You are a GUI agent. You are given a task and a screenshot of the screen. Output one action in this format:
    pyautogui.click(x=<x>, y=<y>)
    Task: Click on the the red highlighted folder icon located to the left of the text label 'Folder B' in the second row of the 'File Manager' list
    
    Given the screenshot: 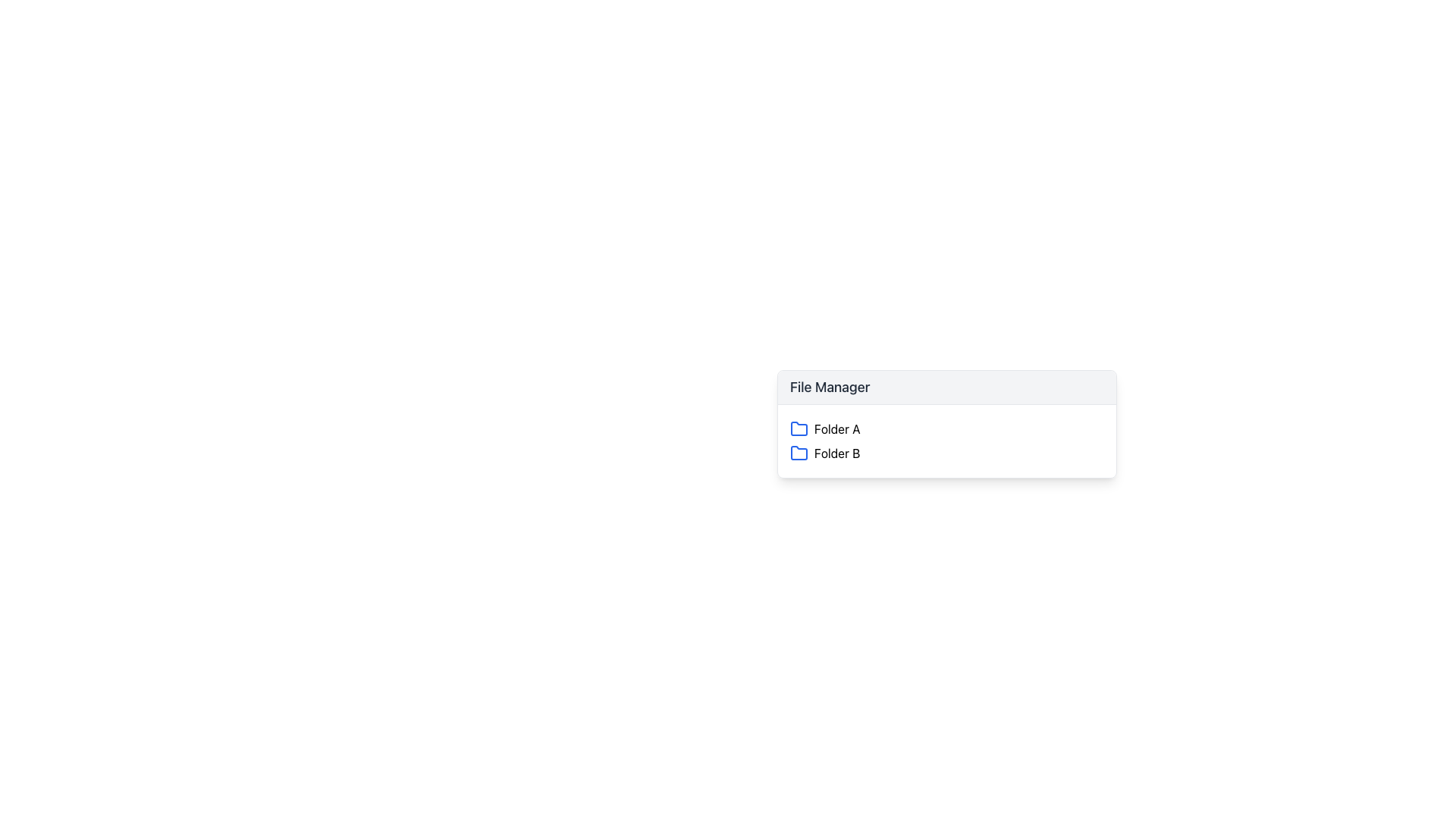 What is the action you would take?
    pyautogui.click(x=799, y=452)
    